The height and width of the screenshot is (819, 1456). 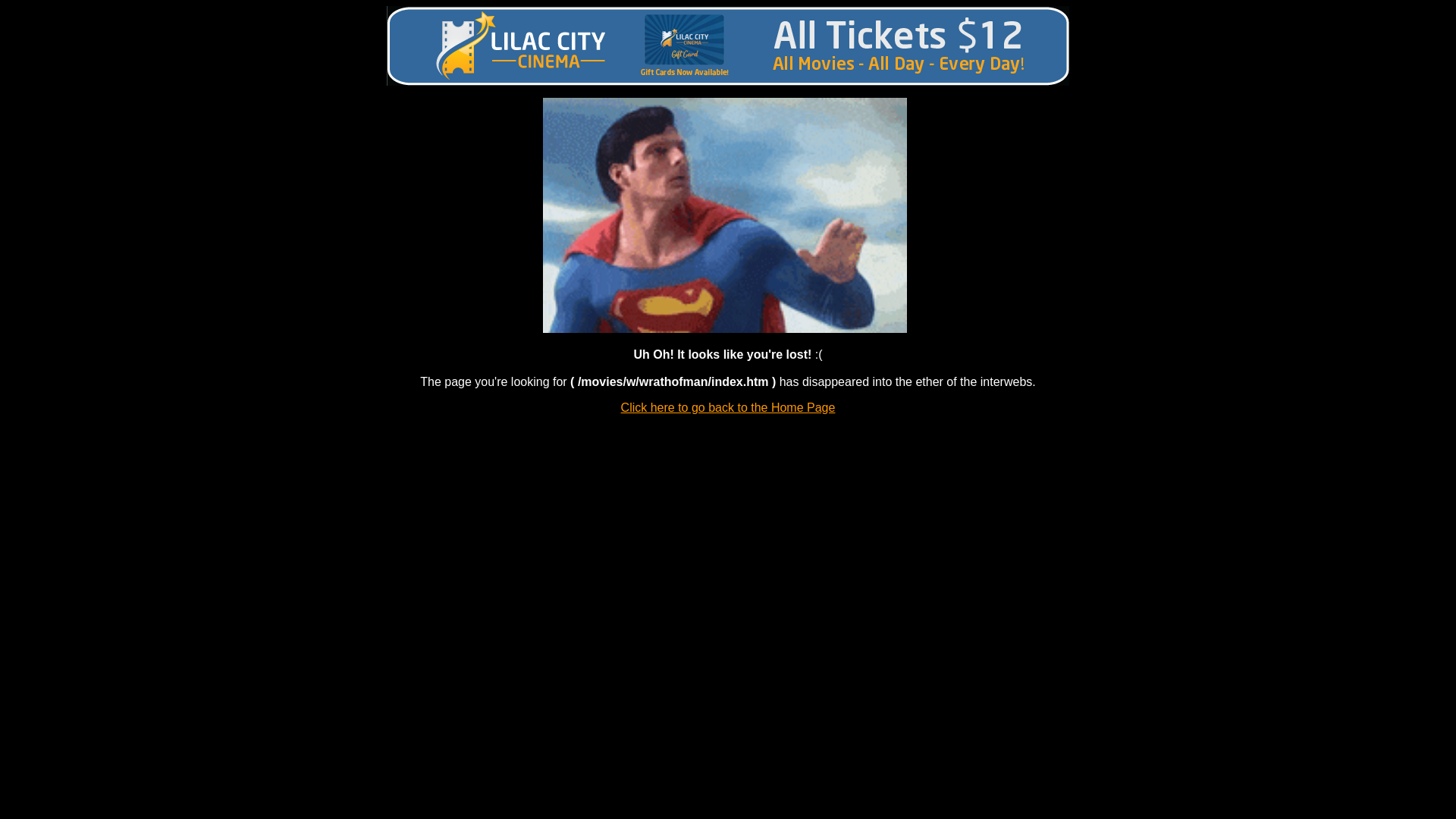 I want to click on 'Click here to go back to the Home Page', so click(x=728, y=406).